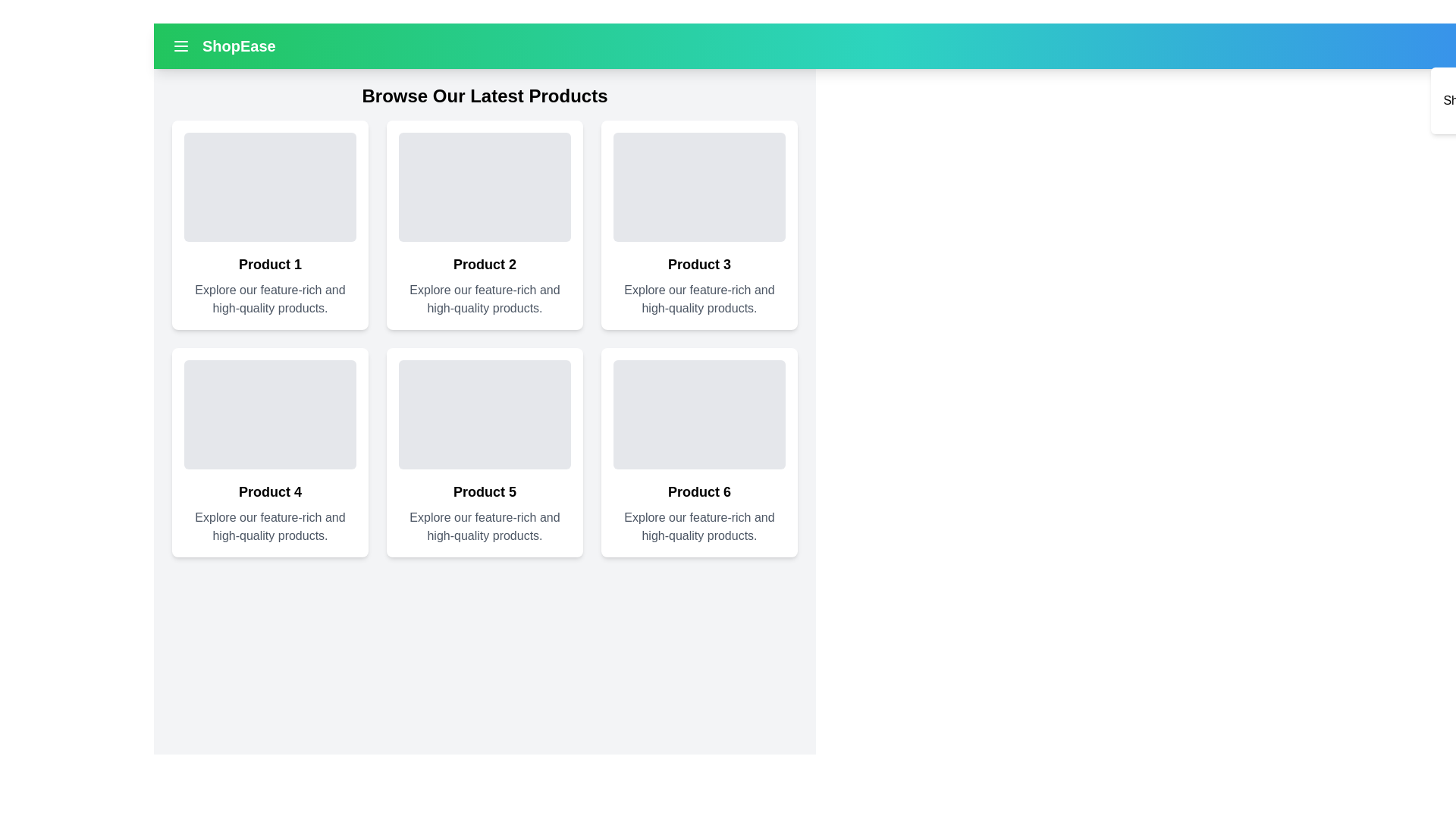  What do you see at coordinates (698, 491) in the screenshot?
I see `text content of the label identifying 'Product 6', which is located in the bottom right card of a grid layout` at bounding box center [698, 491].